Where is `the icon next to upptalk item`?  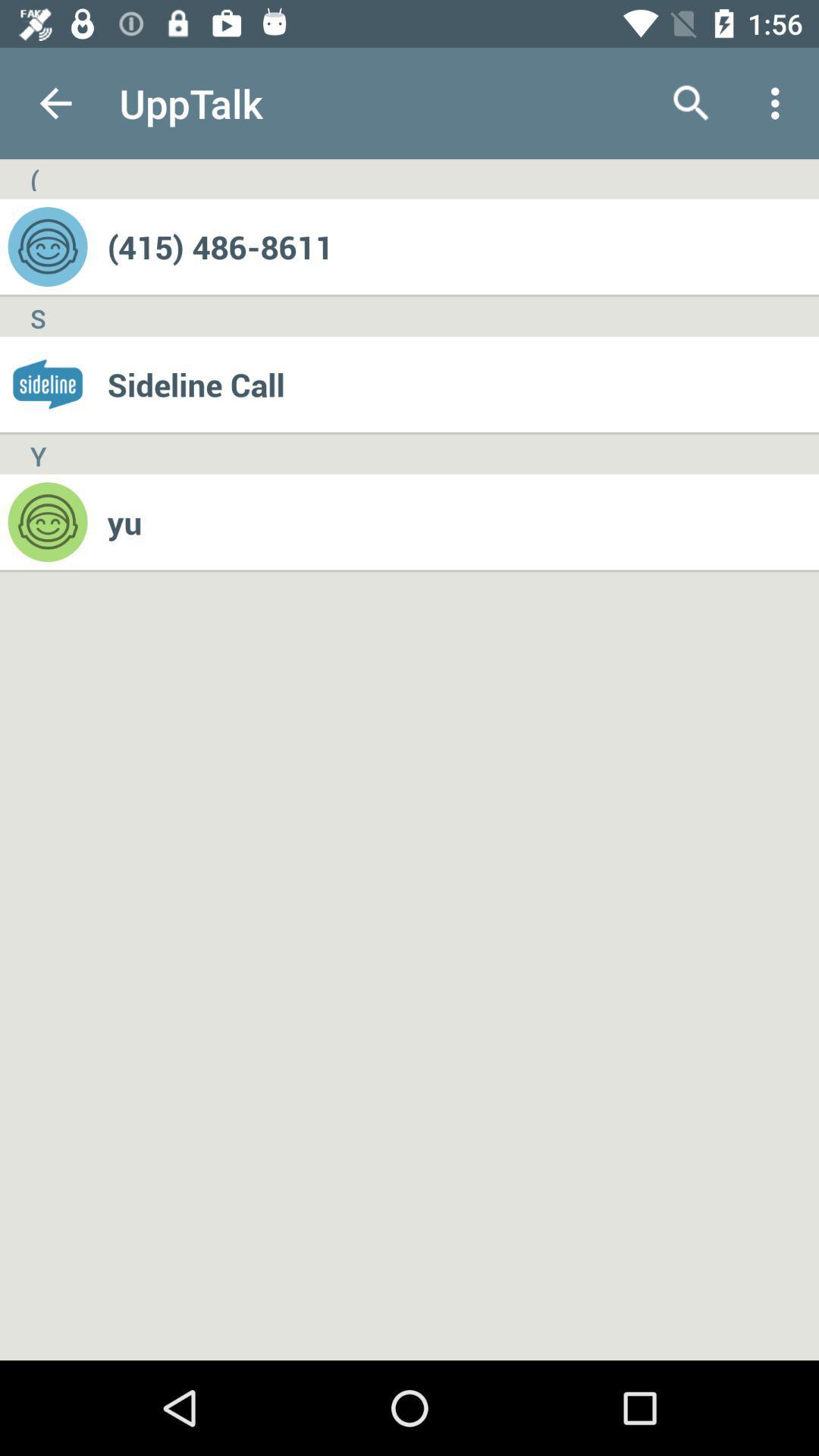
the icon next to upptalk item is located at coordinates (691, 102).